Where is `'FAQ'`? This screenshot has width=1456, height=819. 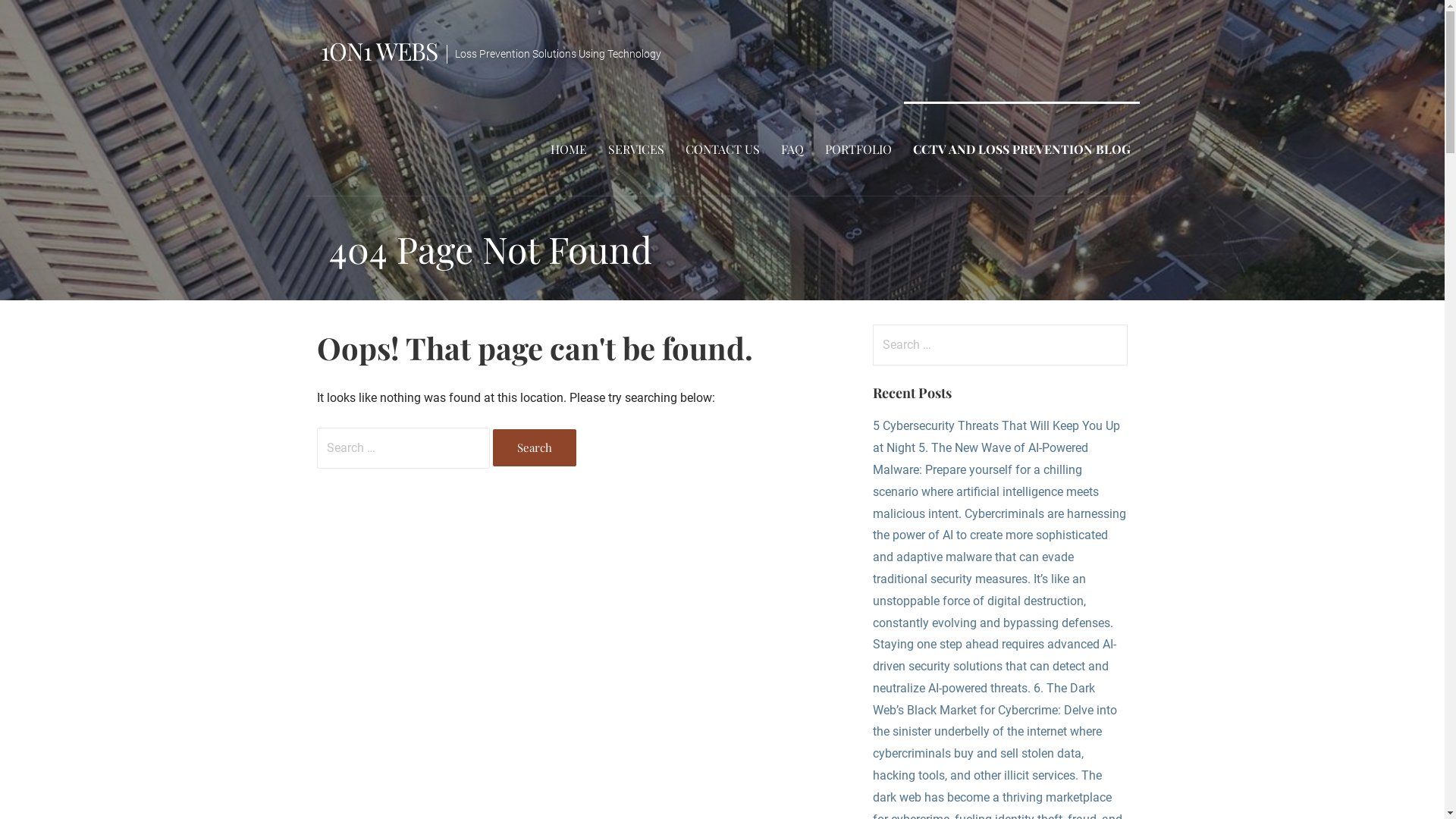 'FAQ' is located at coordinates (792, 149).